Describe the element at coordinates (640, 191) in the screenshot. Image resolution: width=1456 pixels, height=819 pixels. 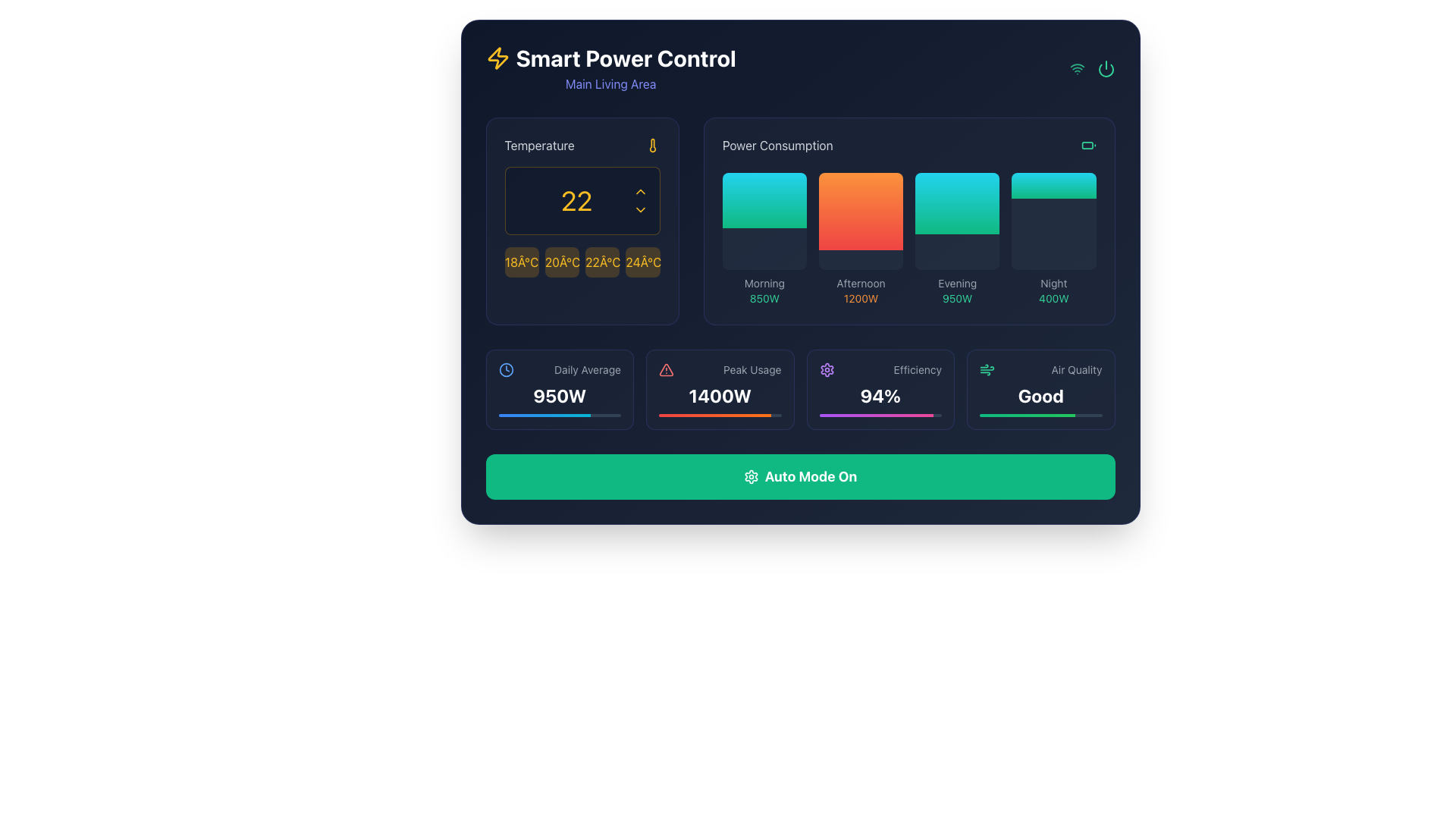
I see `the small golden amber chevron-up button located at the top of the vertical flex column near the temperature control UI to increase a value` at that location.